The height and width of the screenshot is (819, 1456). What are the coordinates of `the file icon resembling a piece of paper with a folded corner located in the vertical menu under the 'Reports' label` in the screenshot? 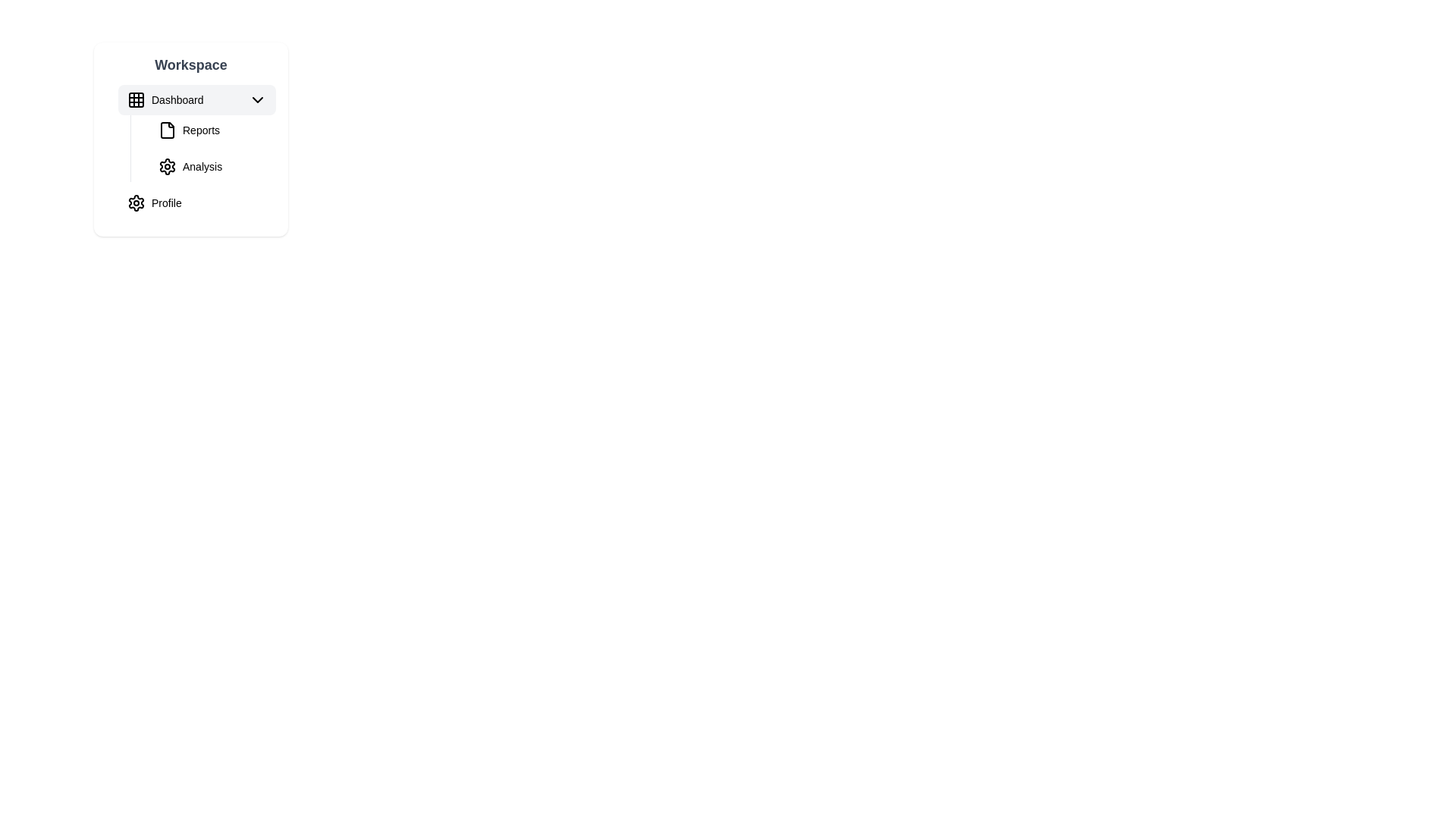 It's located at (167, 130).